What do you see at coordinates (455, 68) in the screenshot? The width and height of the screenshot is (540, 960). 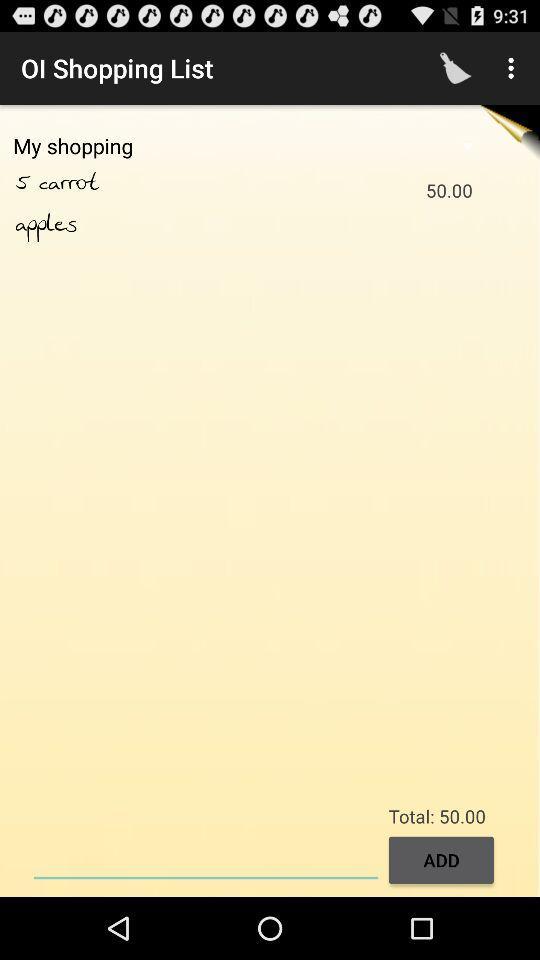 I see `the icon to the right of the oi shopping list icon` at bounding box center [455, 68].